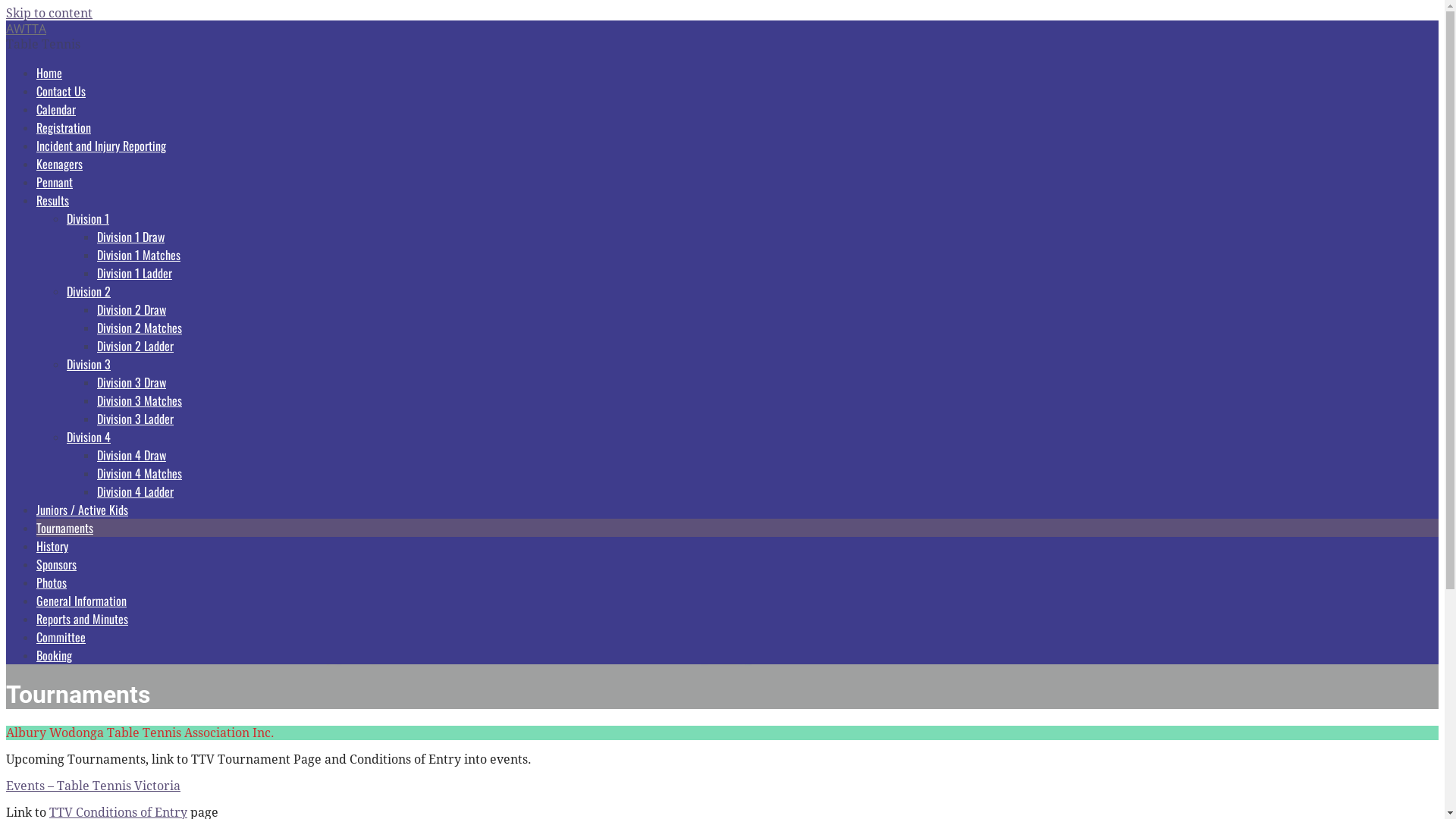  I want to click on 'Division 3 Ladder', so click(96, 418).